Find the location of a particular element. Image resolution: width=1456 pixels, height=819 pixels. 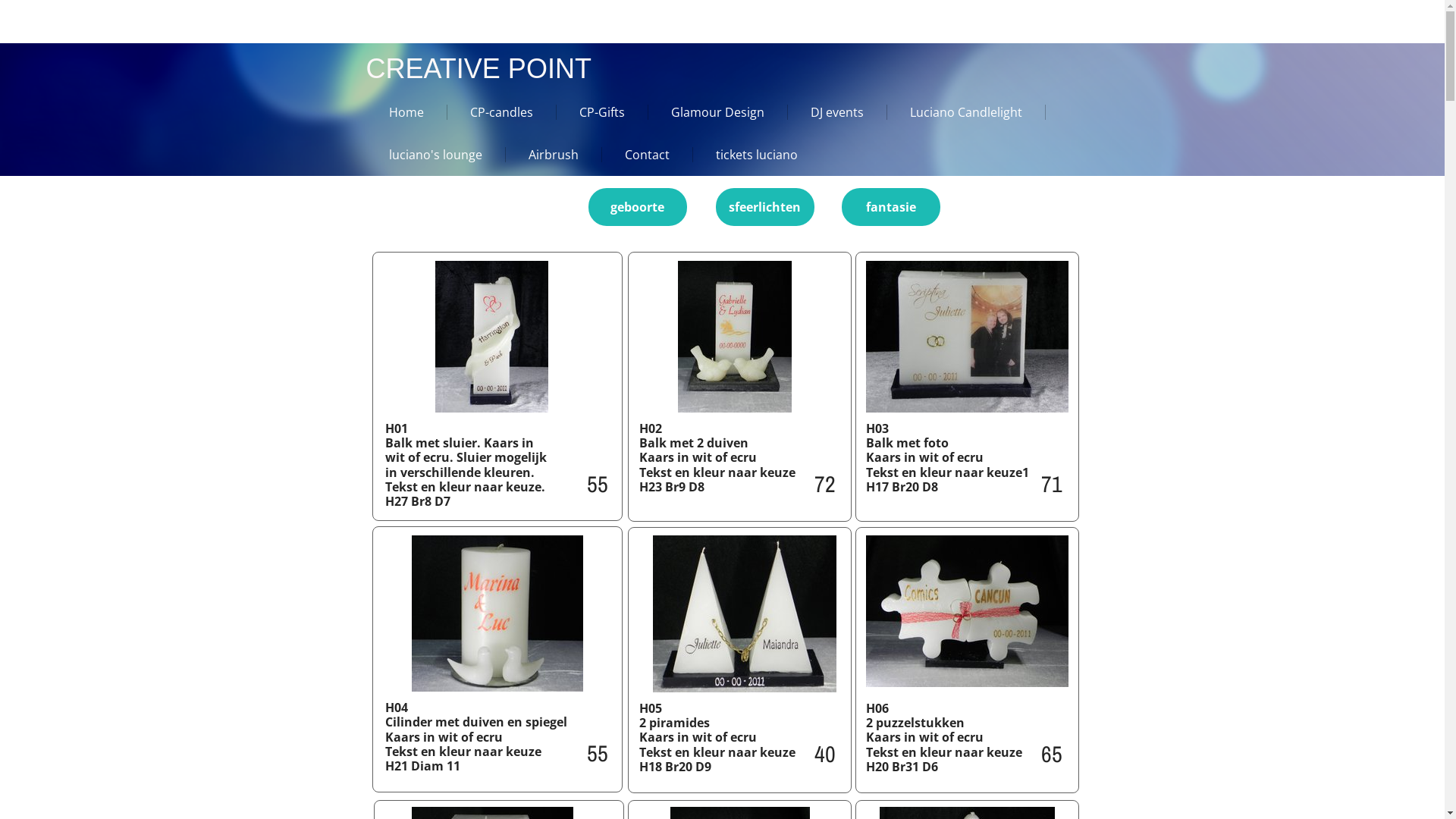

'Luciano Candlelight' is located at coordinates (955, 111).